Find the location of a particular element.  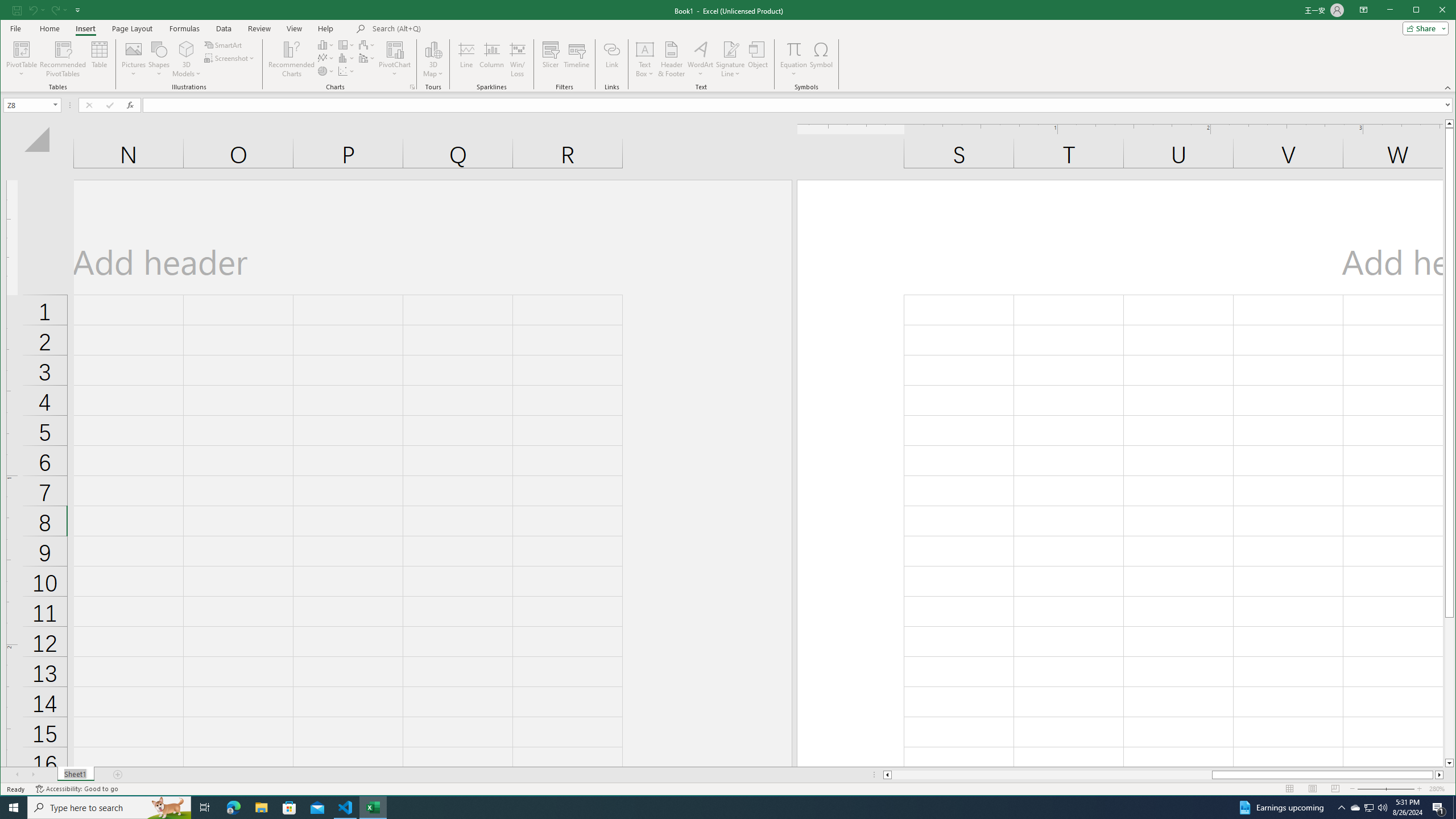

'Slicer...' is located at coordinates (549, 59).